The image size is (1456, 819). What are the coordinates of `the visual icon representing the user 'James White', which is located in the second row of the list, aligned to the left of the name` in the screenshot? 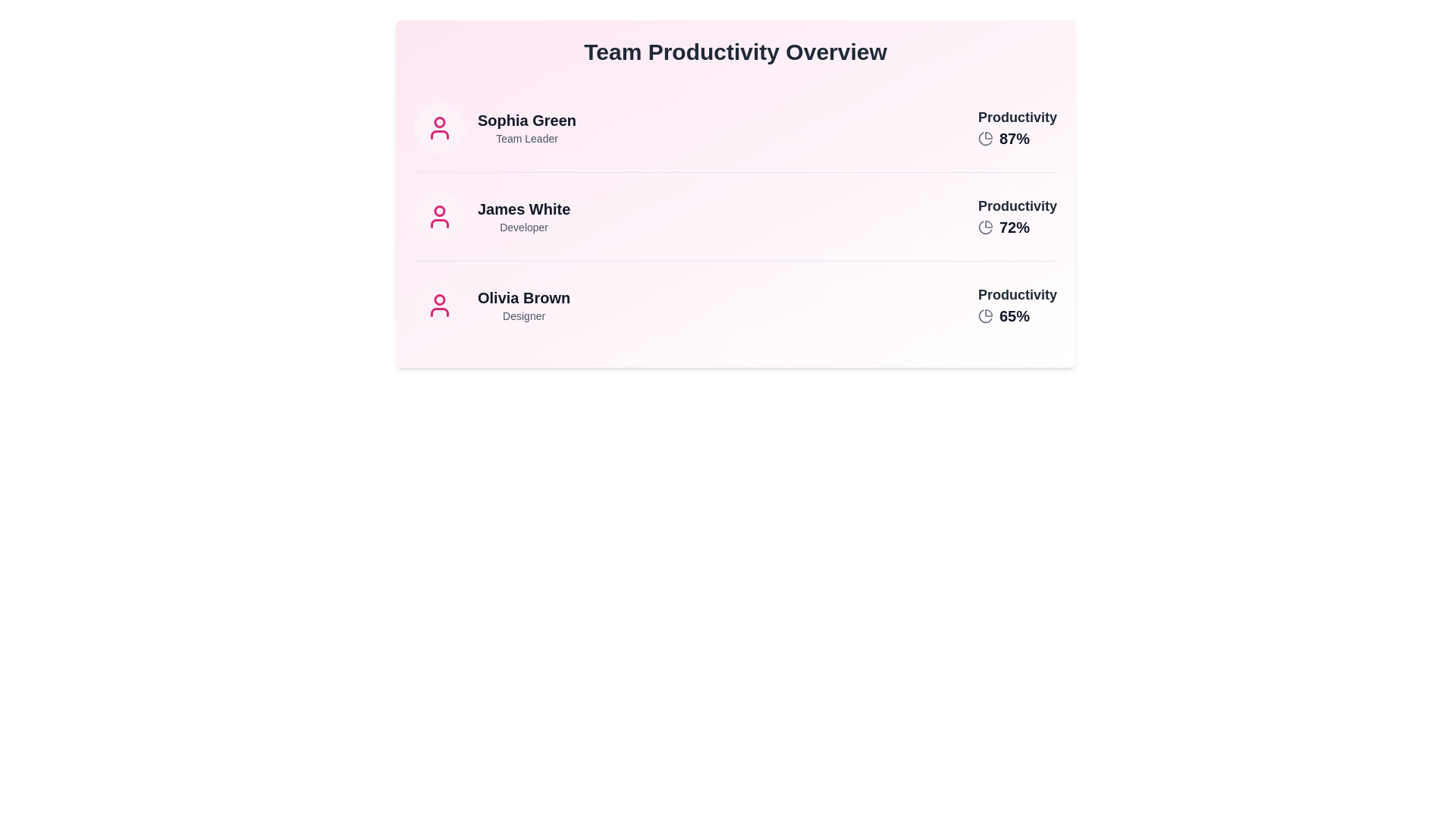 It's located at (439, 216).